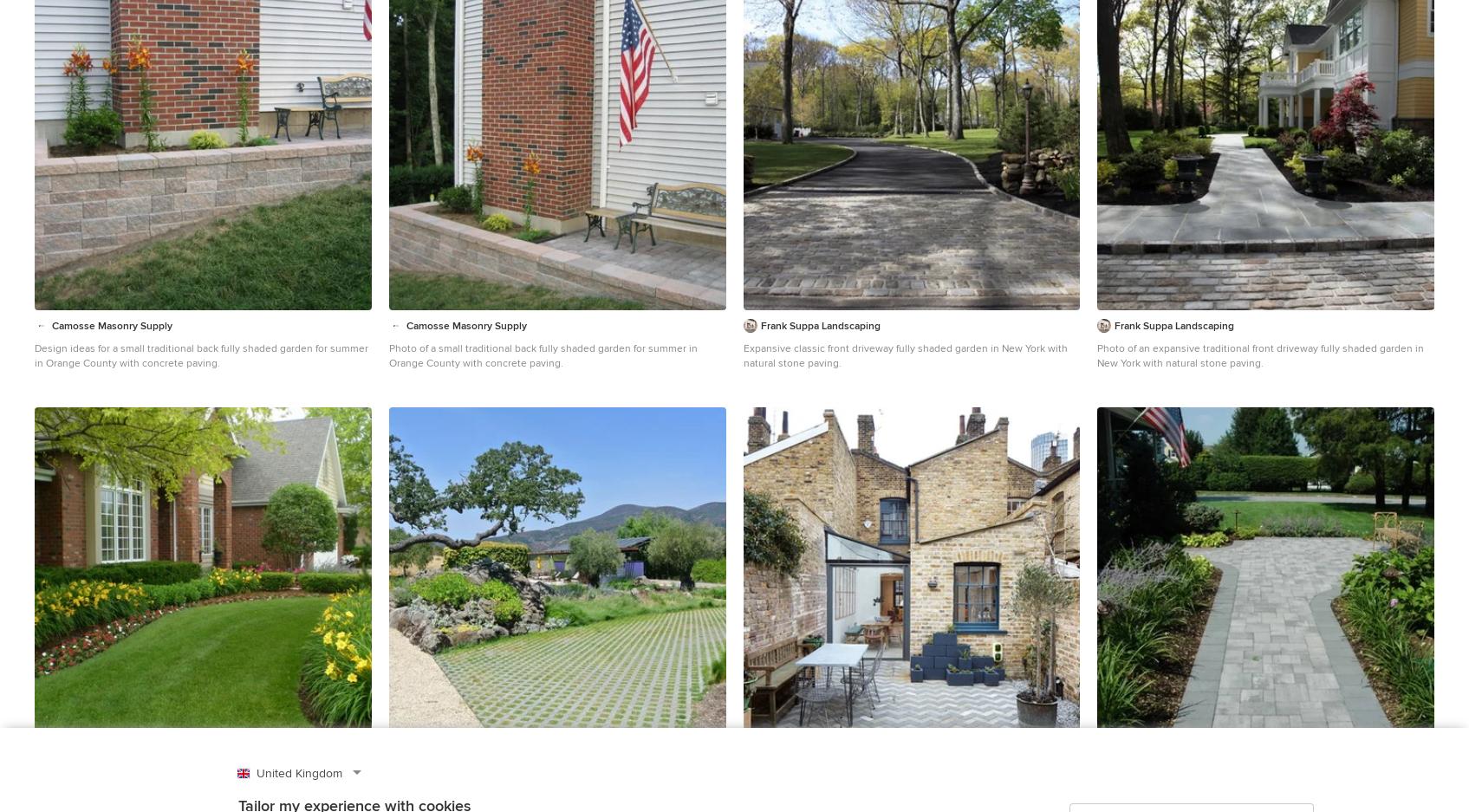 Image resolution: width=1469 pixels, height=812 pixels. What do you see at coordinates (461, 426) in the screenshot?
I see `'Modern Landscape'` at bounding box center [461, 426].